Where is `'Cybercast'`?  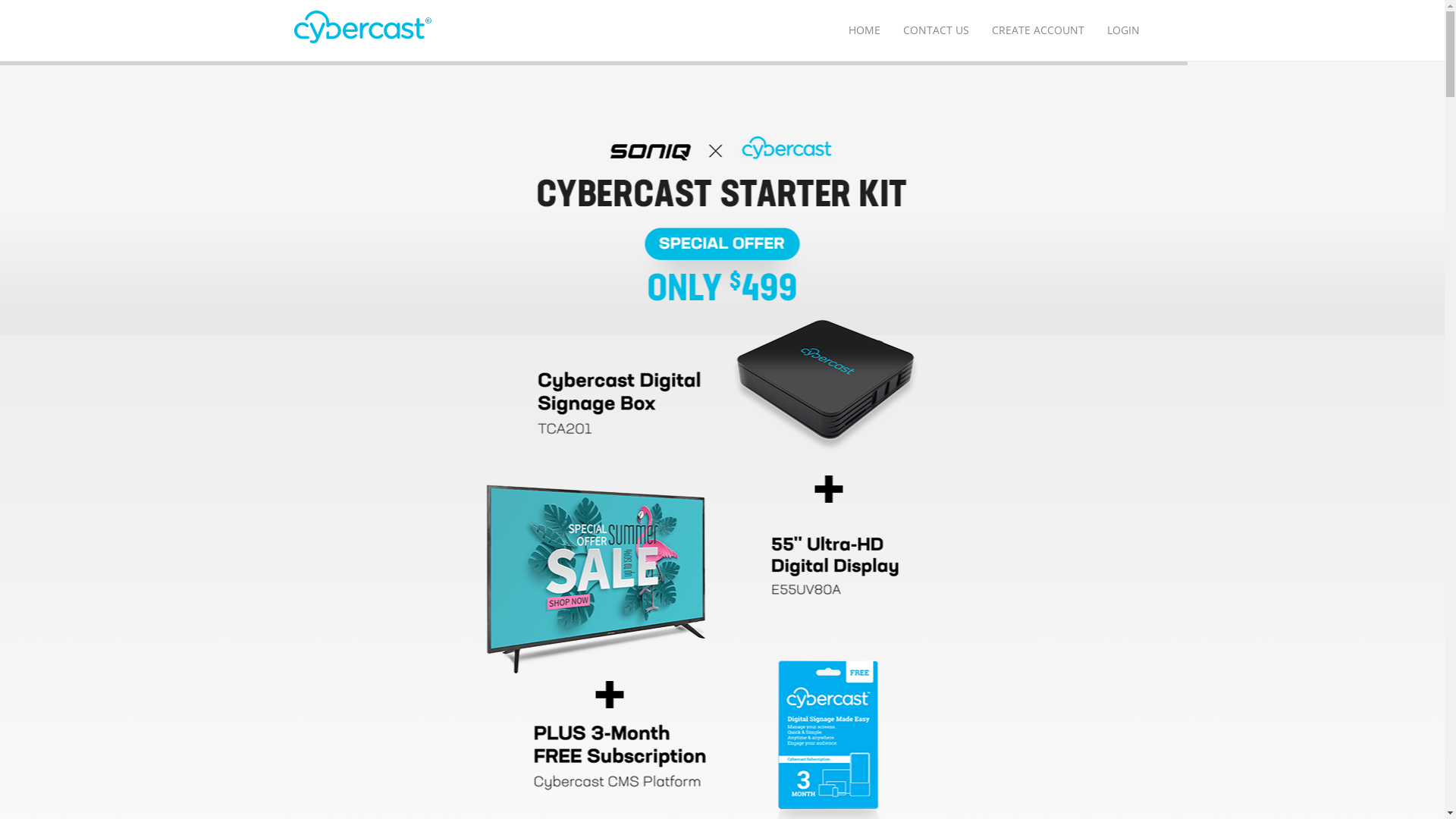 'Cybercast' is located at coordinates (294, 27).